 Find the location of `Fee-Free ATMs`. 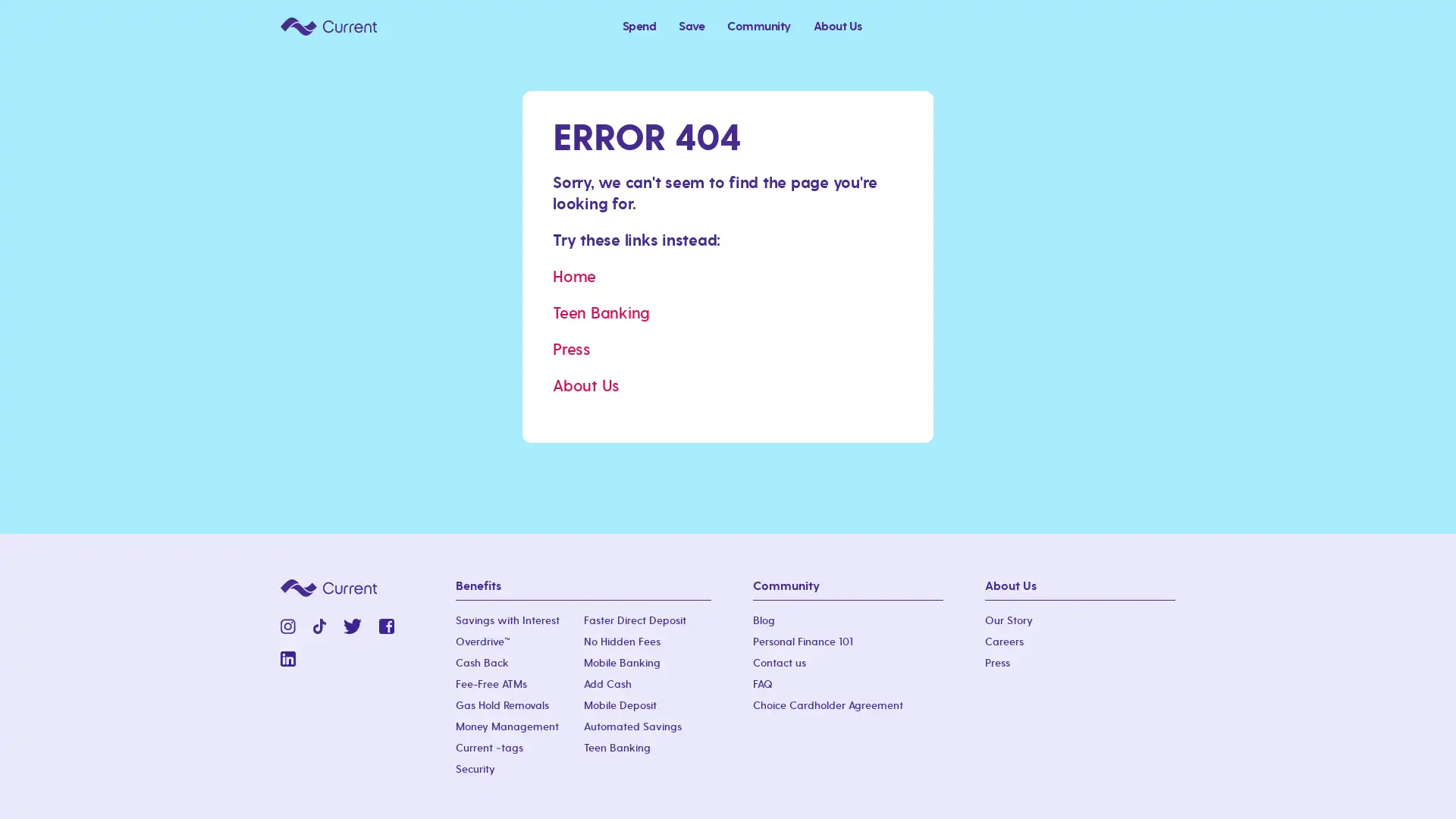

Fee-Free ATMs is located at coordinates (491, 684).